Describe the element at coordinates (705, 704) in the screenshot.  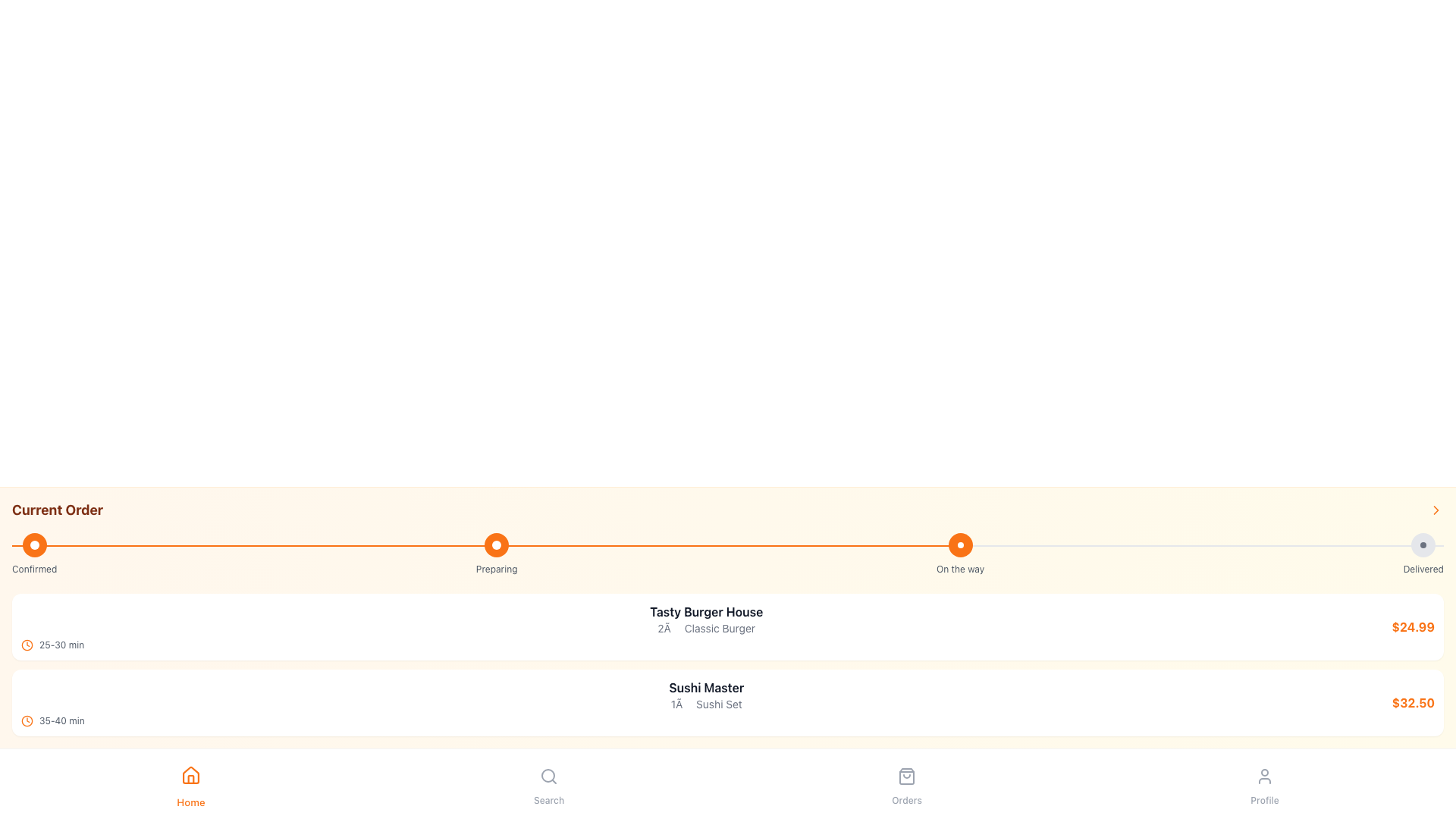
I see `the descriptive text element located below the 'Sushi Master' title, which provides information about the quantity and type of item` at that location.